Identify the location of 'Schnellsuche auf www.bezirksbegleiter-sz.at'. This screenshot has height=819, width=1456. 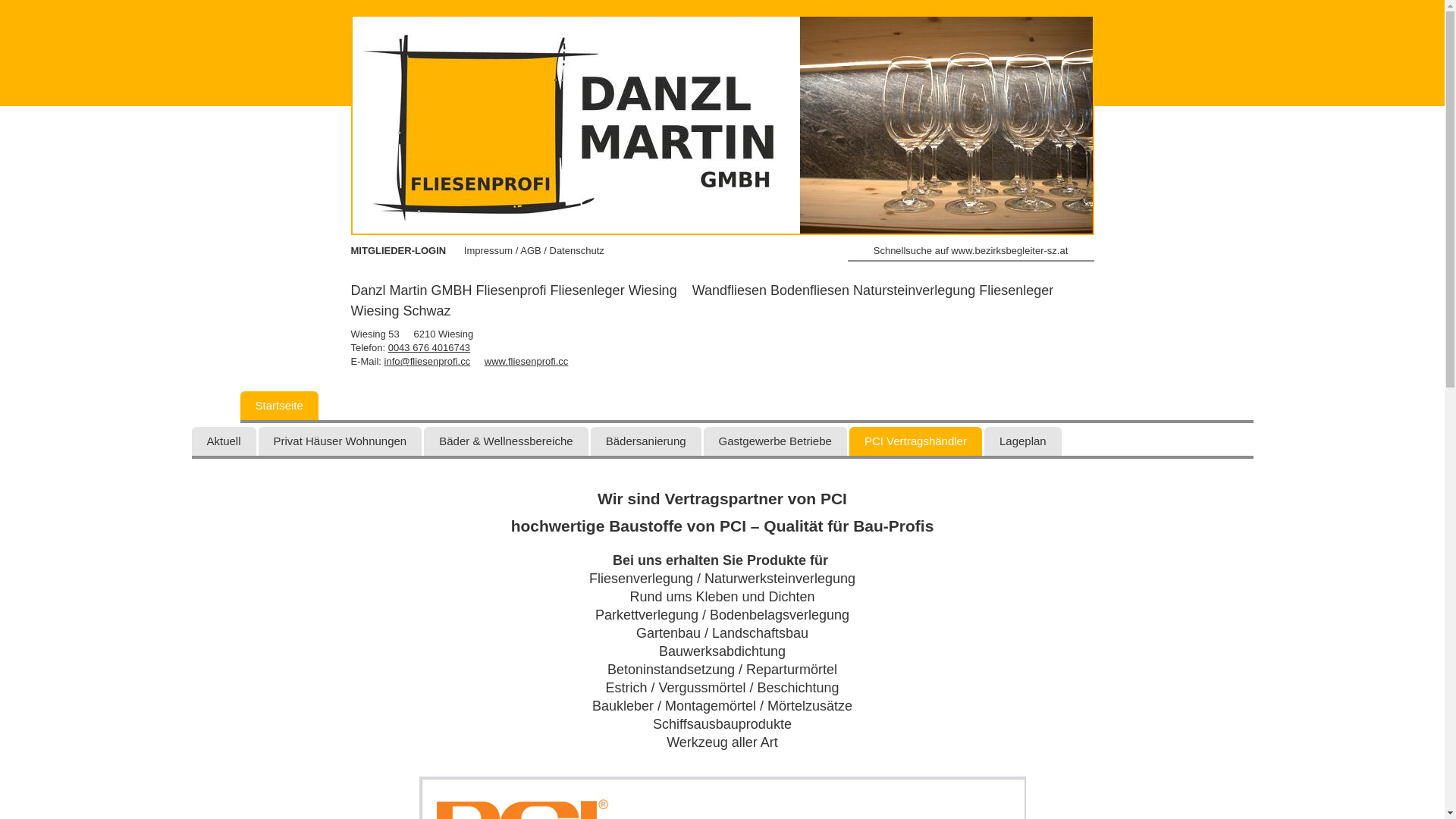
(971, 252).